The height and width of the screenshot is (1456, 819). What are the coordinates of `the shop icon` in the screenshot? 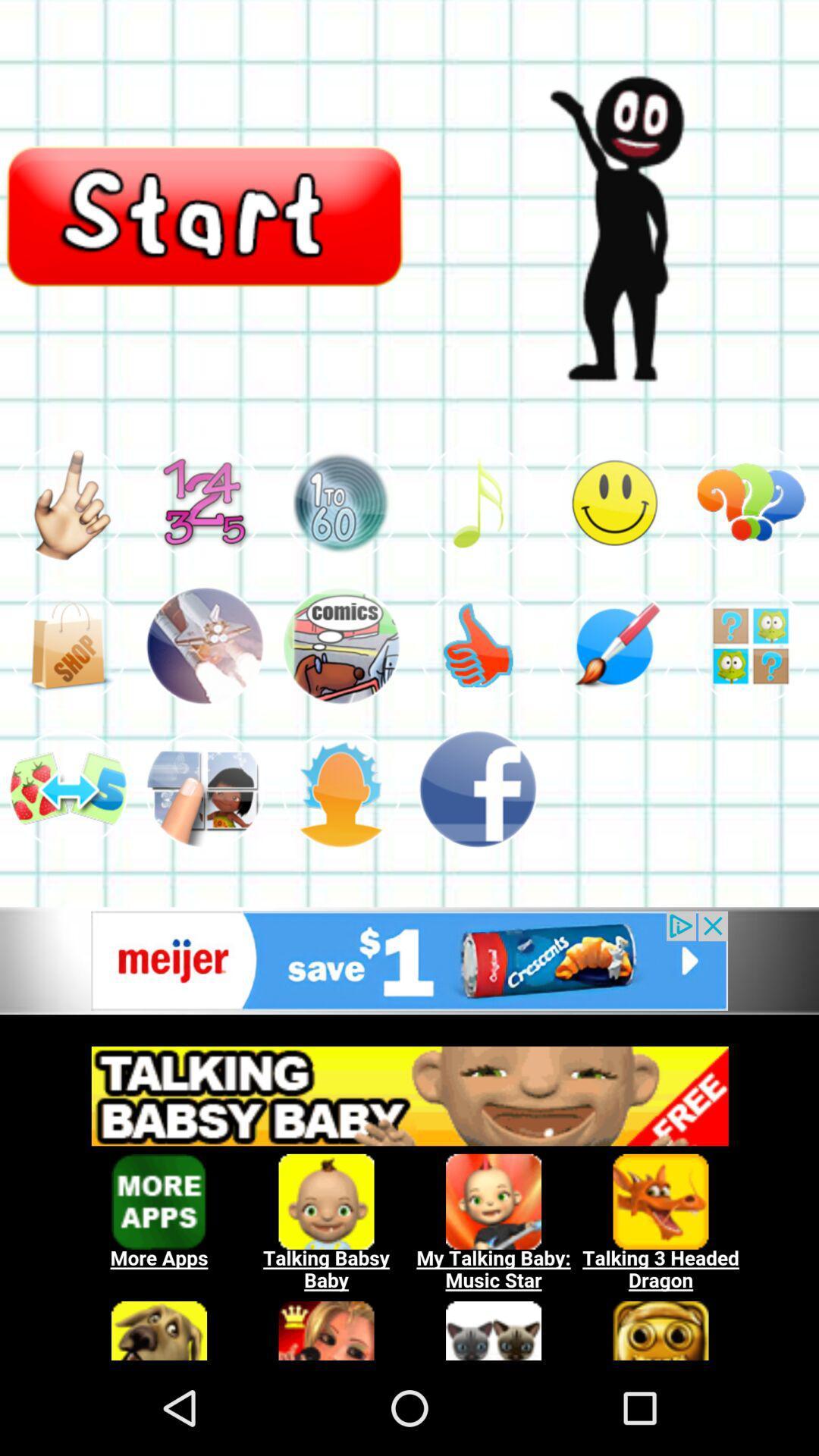 It's located at (67, 690).